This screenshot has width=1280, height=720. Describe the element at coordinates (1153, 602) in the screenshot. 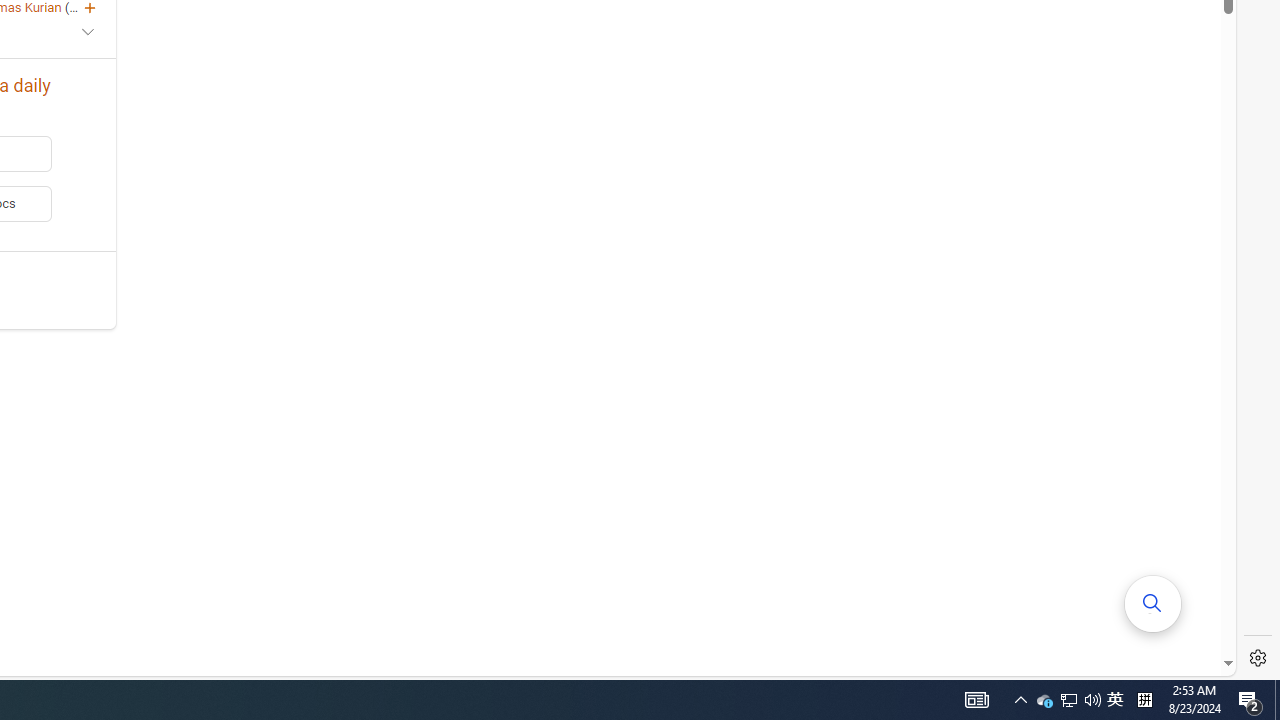

I see `'AutomationID: mfa_root'` at that location.